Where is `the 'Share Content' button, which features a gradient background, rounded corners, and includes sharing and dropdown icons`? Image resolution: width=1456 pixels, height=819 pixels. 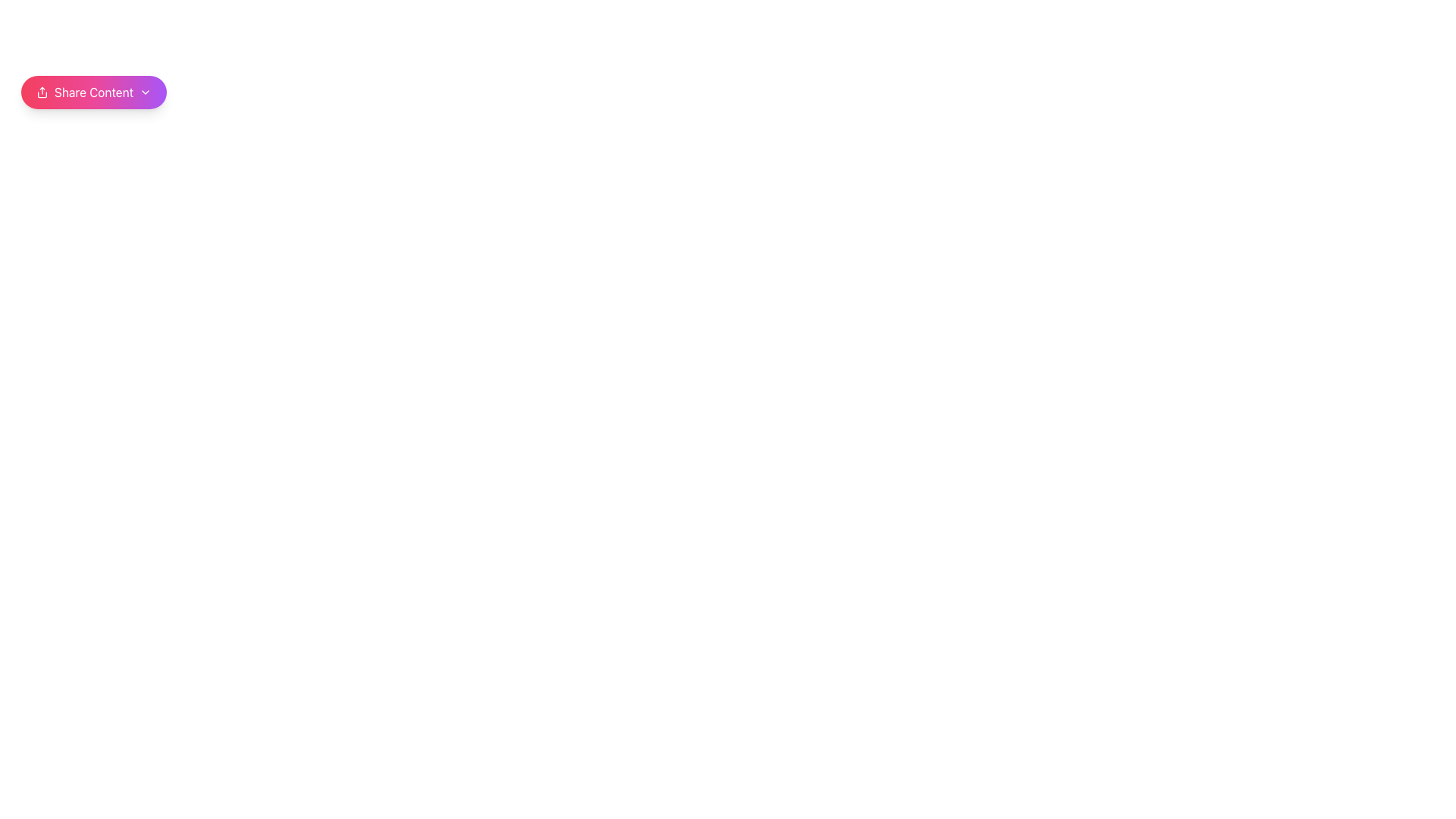
the 'Share Content' button, which features a gradient background, rounded corners, and includes sharing and dropdown icons is located at coordinates (93, 93).